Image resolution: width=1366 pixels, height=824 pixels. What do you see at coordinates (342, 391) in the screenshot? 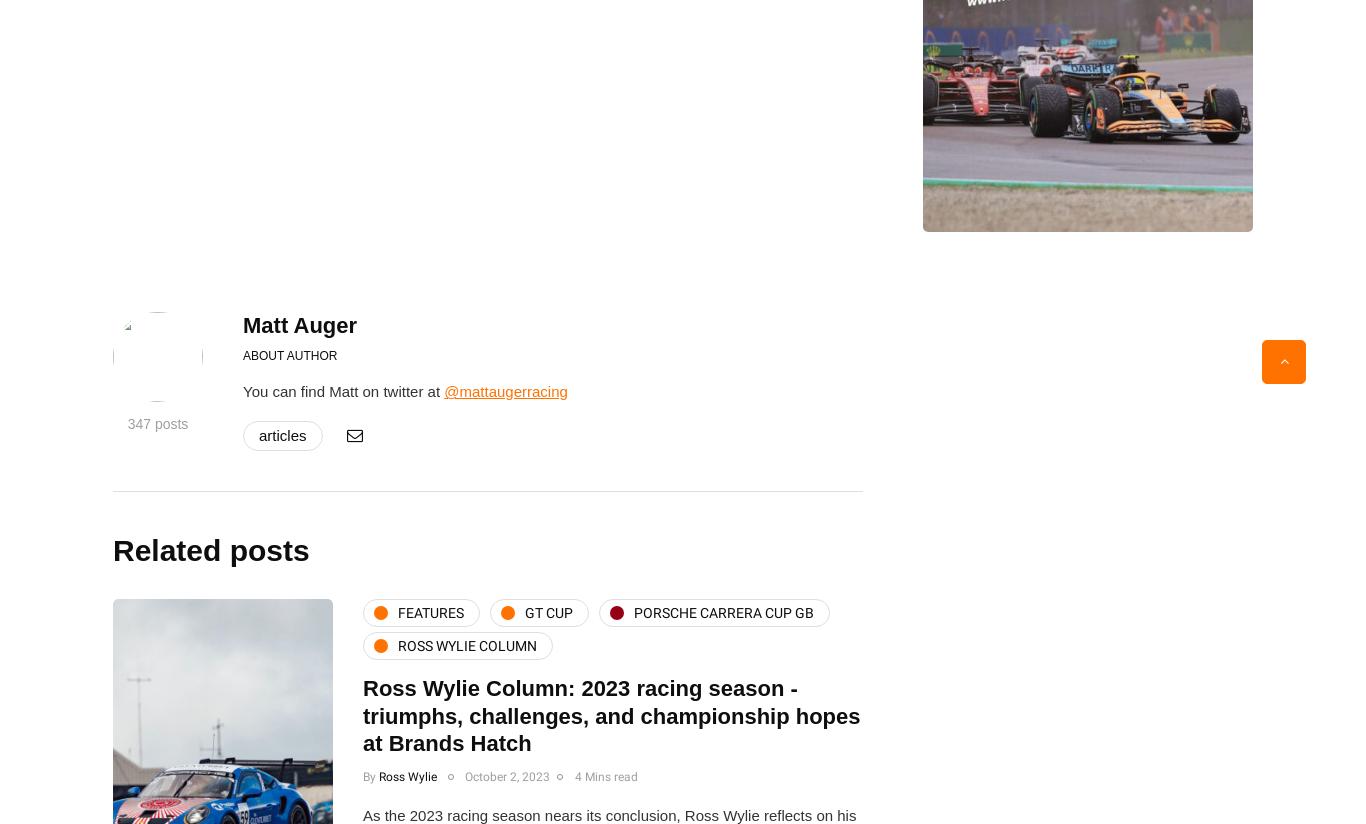
I see `'You can find Matt on twitter at'` at bounding box center [342, 391].